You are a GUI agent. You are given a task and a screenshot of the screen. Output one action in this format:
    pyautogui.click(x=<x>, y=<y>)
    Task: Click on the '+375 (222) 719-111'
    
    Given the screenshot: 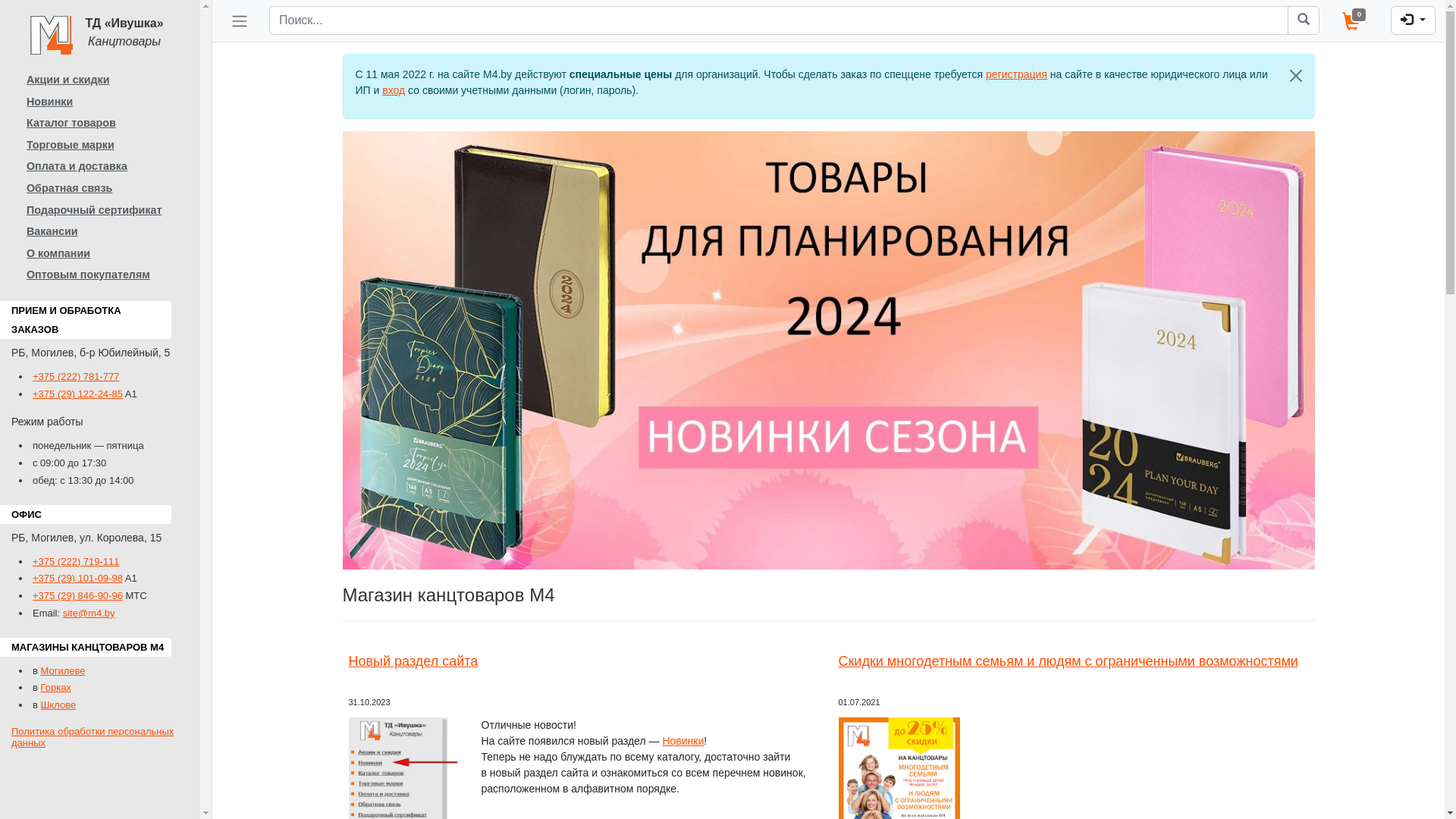 What is the action you would take?
    pyautogui.click(x=75, y=561)
    